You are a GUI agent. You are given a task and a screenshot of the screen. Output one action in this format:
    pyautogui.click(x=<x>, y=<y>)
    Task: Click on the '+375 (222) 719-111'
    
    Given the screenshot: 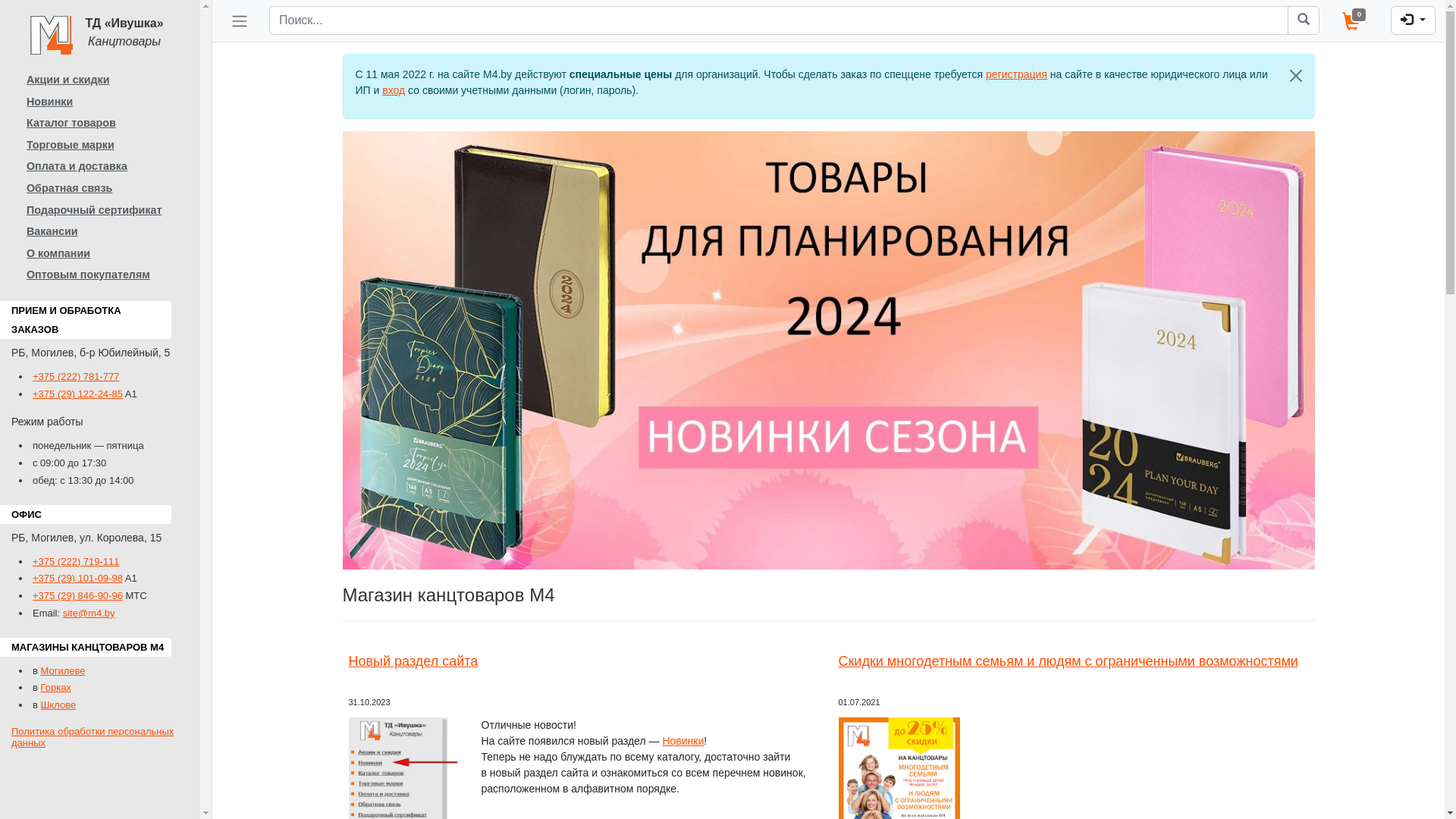 What is the action you would take?
    pyautogui.click(x=75, y=561)
    